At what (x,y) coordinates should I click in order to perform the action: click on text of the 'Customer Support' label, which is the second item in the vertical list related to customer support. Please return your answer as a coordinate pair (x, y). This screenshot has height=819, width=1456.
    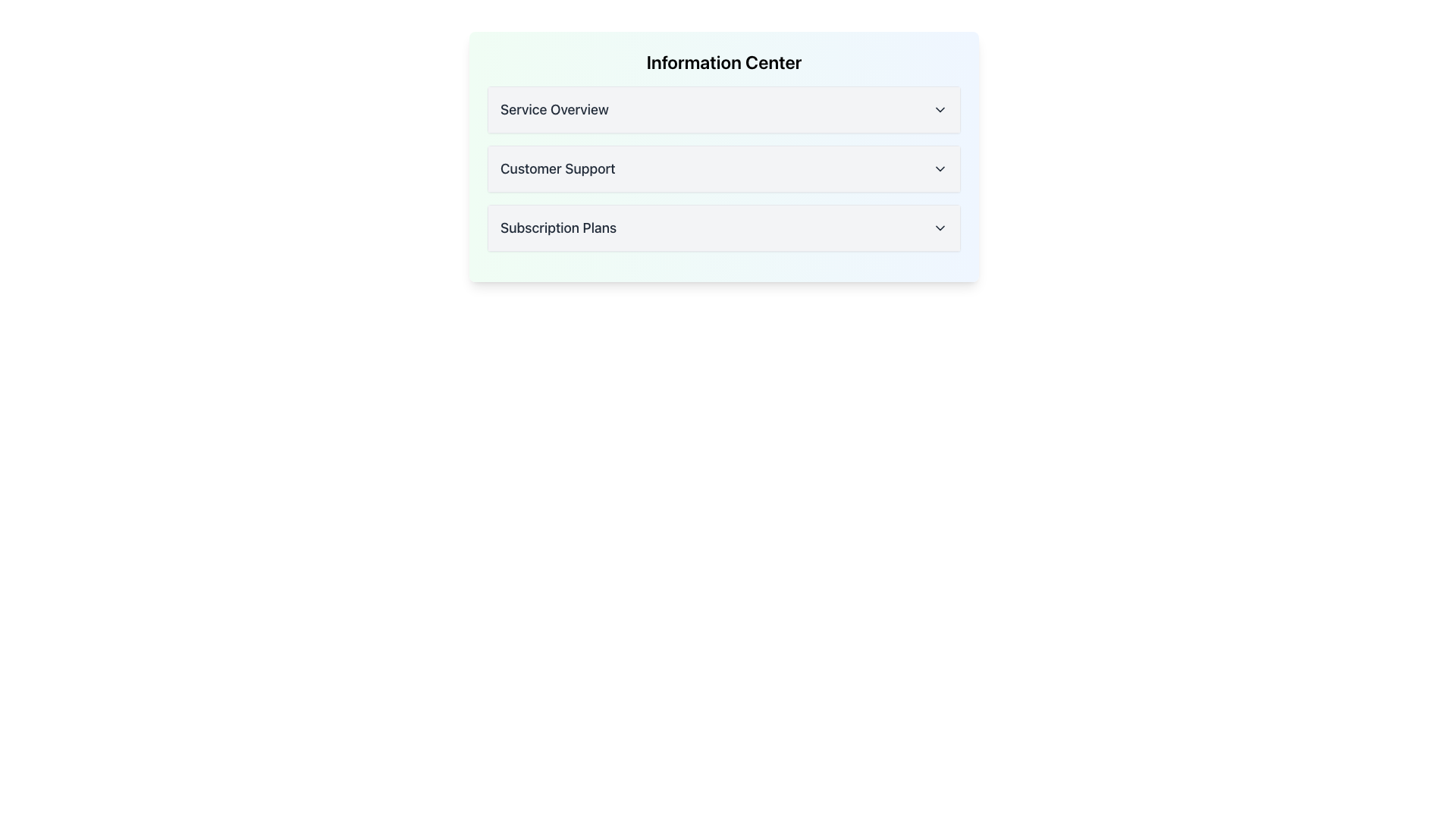
    Looking at the image, I should click on (557, 169).